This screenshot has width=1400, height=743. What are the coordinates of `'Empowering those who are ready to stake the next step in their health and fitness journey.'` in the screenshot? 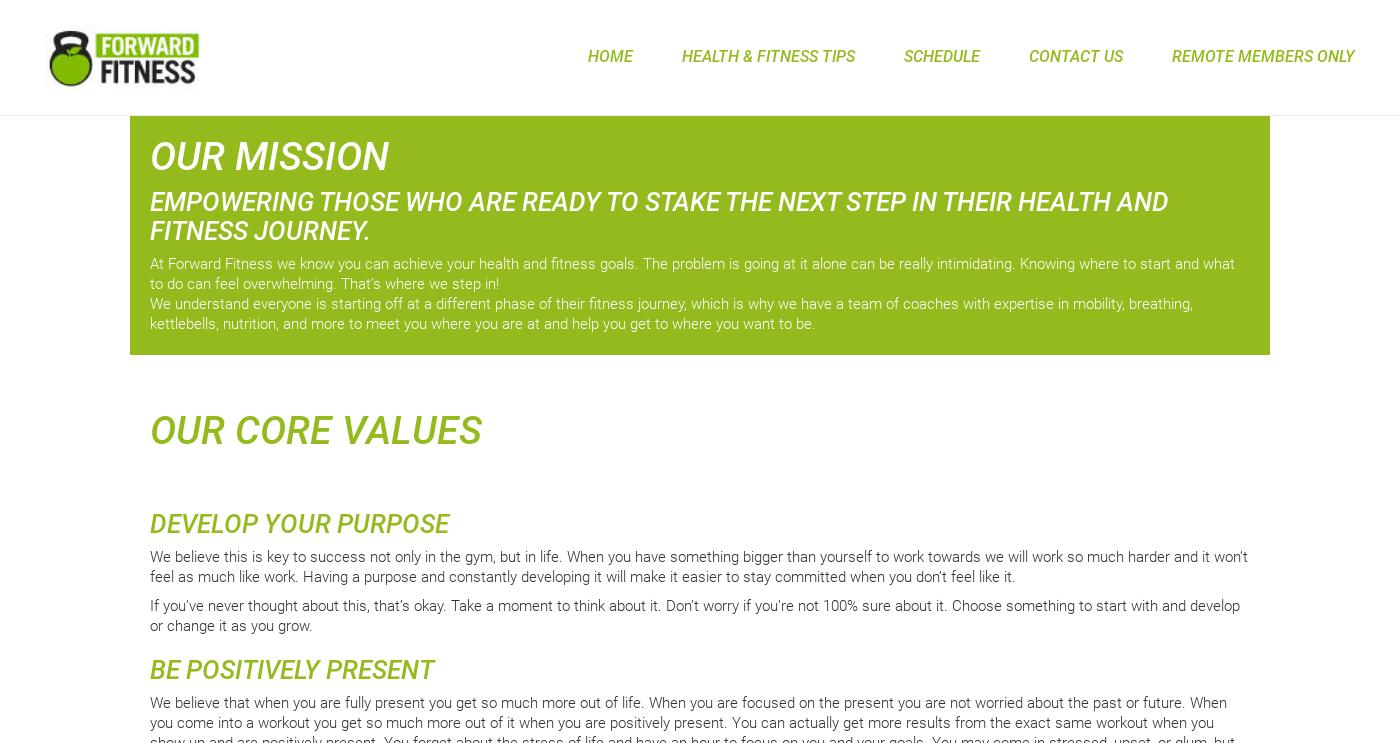 It's located at (149, 214).